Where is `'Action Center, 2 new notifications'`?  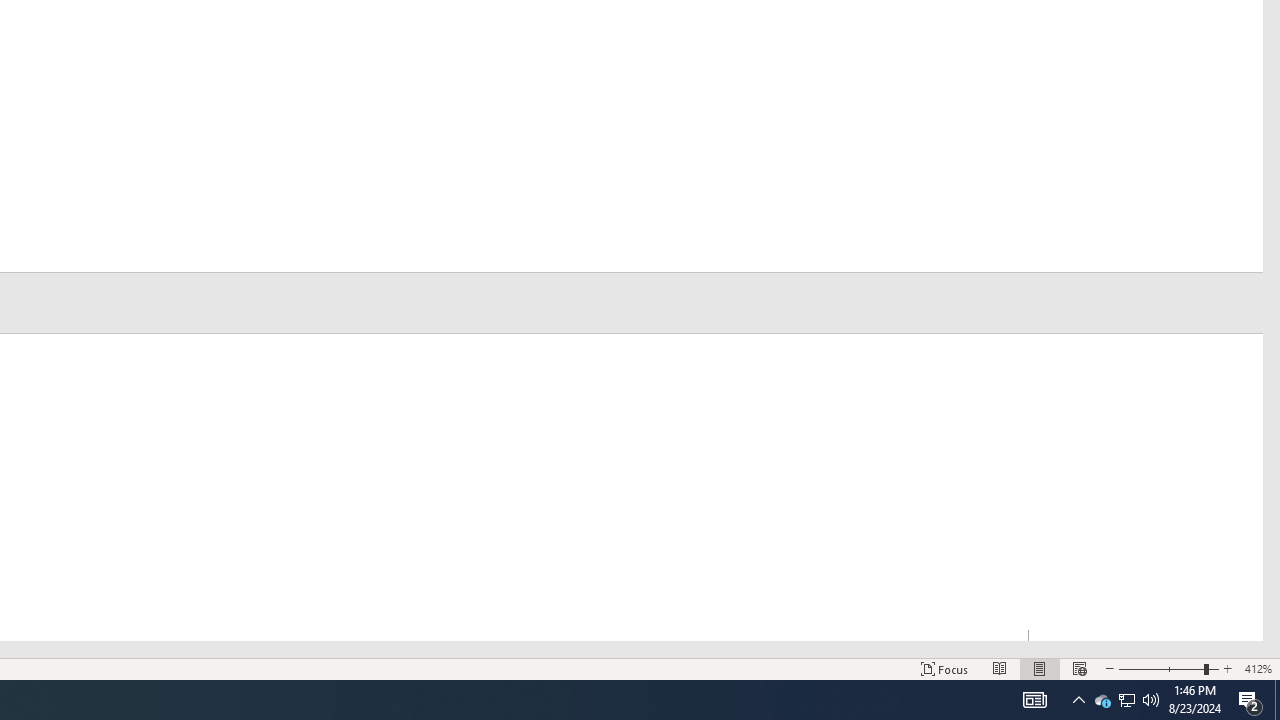
'Action Center, 2 new notifications' is located at coordinates (1250, 698).